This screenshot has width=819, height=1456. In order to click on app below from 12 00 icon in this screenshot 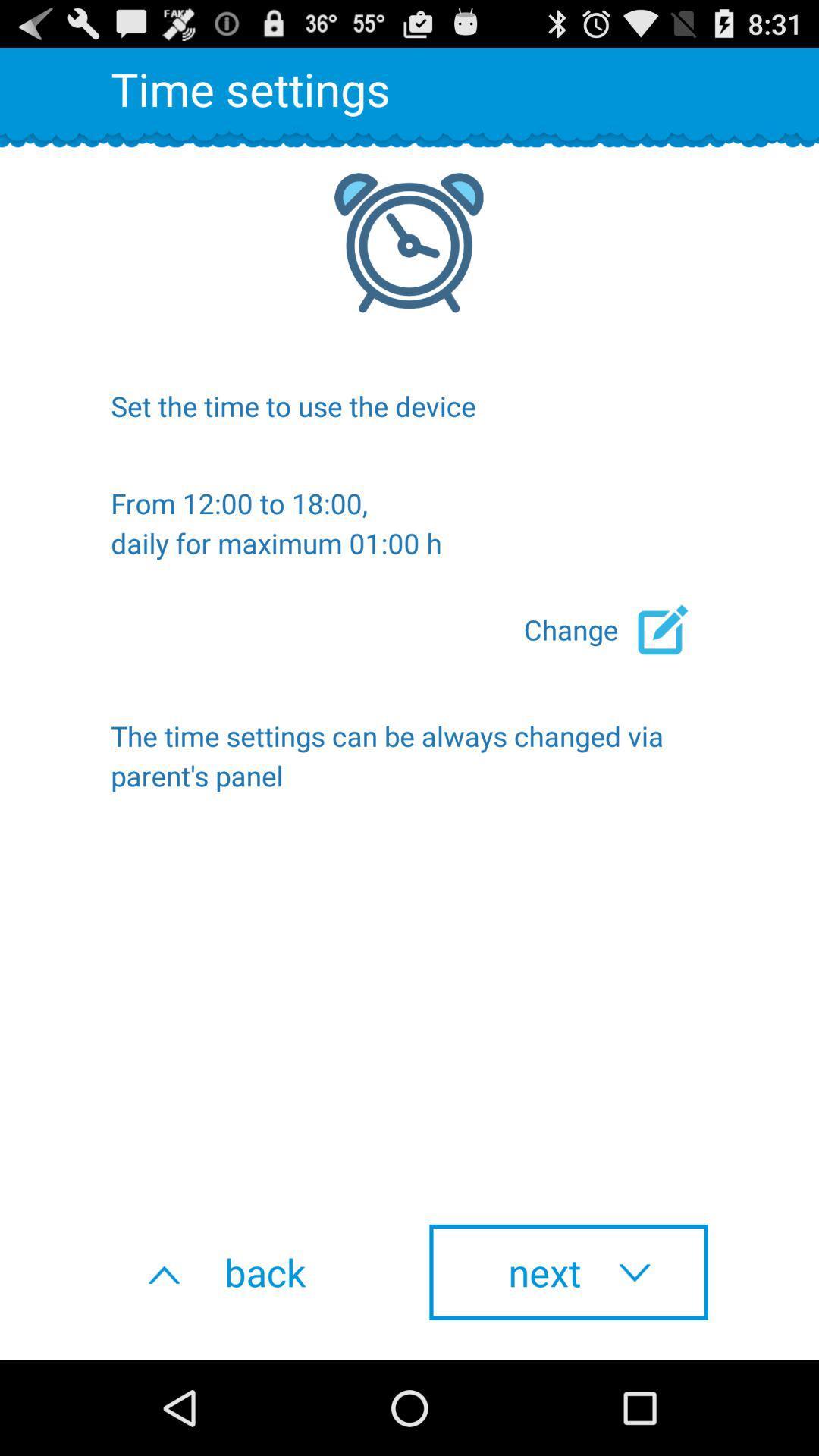, I will do `click(616, 629)`.